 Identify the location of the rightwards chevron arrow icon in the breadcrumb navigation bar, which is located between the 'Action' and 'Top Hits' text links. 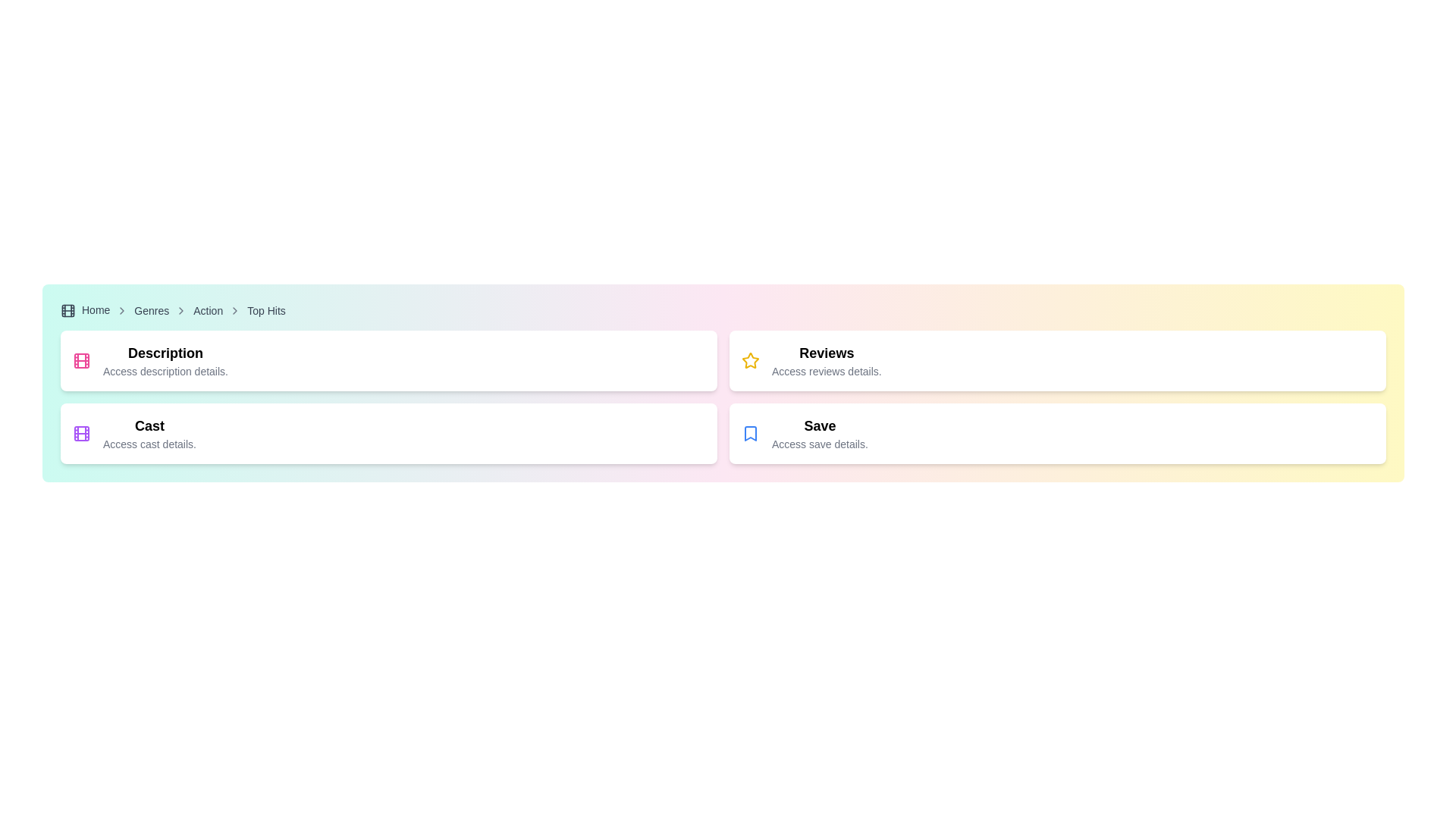
(234, 309).